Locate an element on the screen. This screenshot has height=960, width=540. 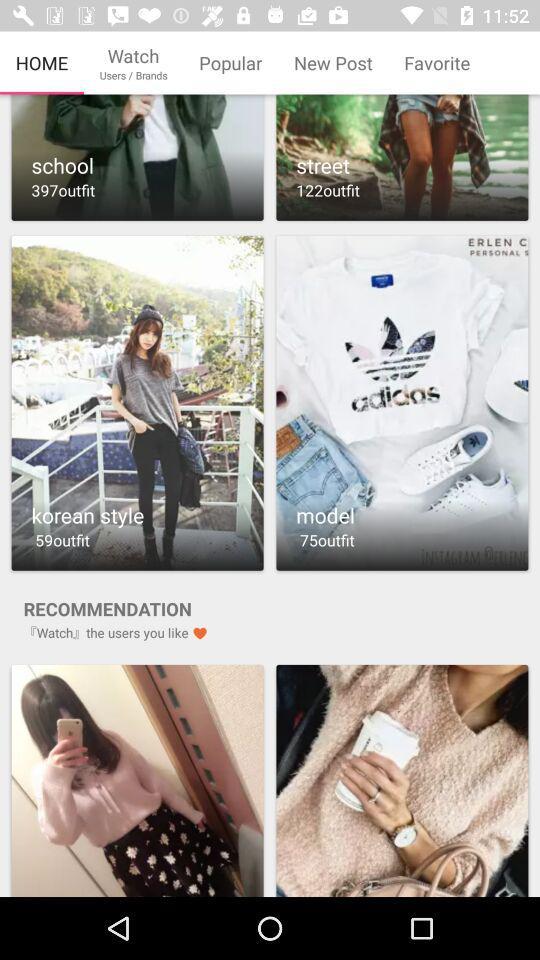
album is located at coordinates (402, 157).